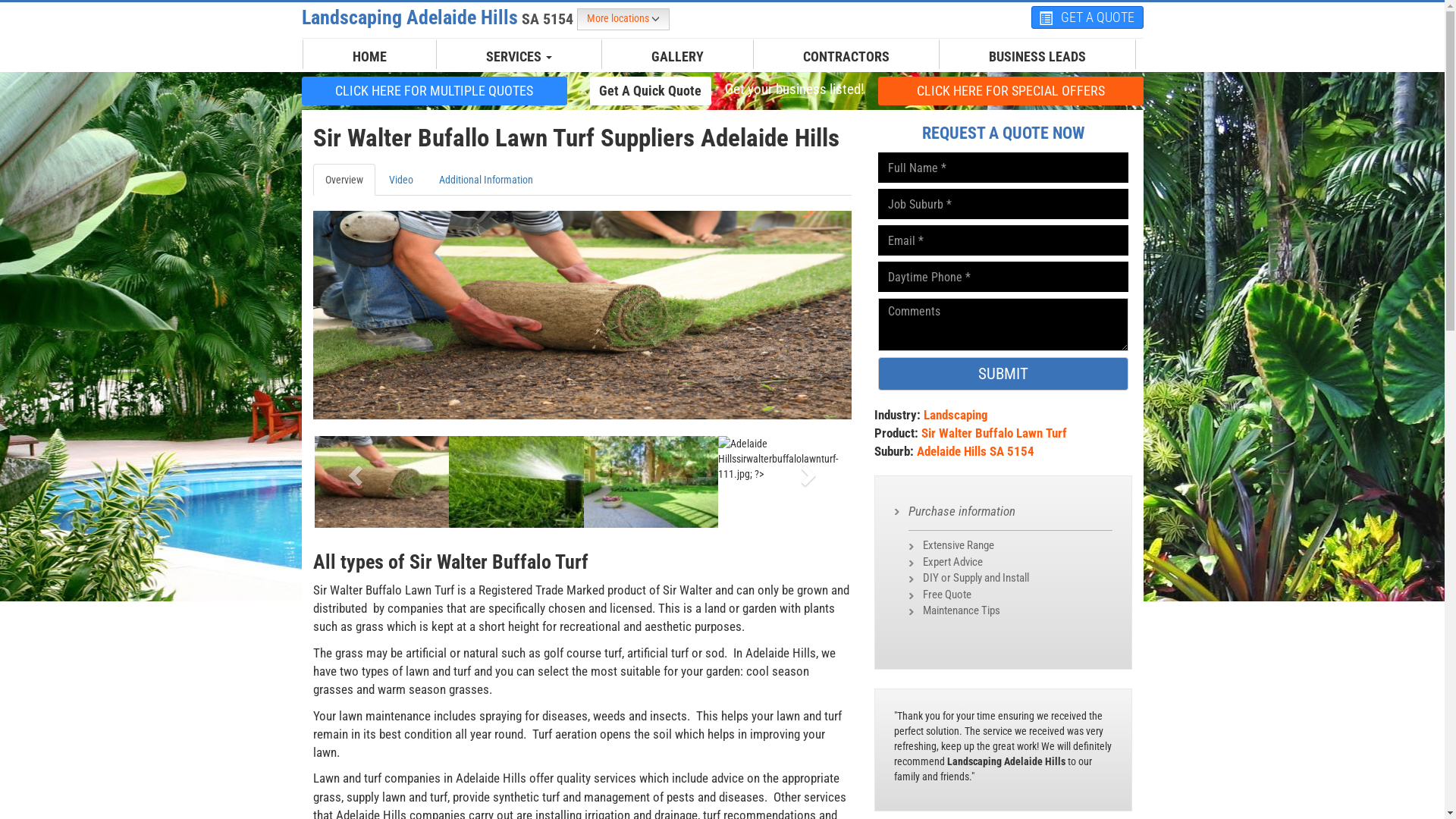 The image size is (1456, 819). Describe the element at coordinates (622, 19) in the screenshot. I see `'More locations'` at that location.